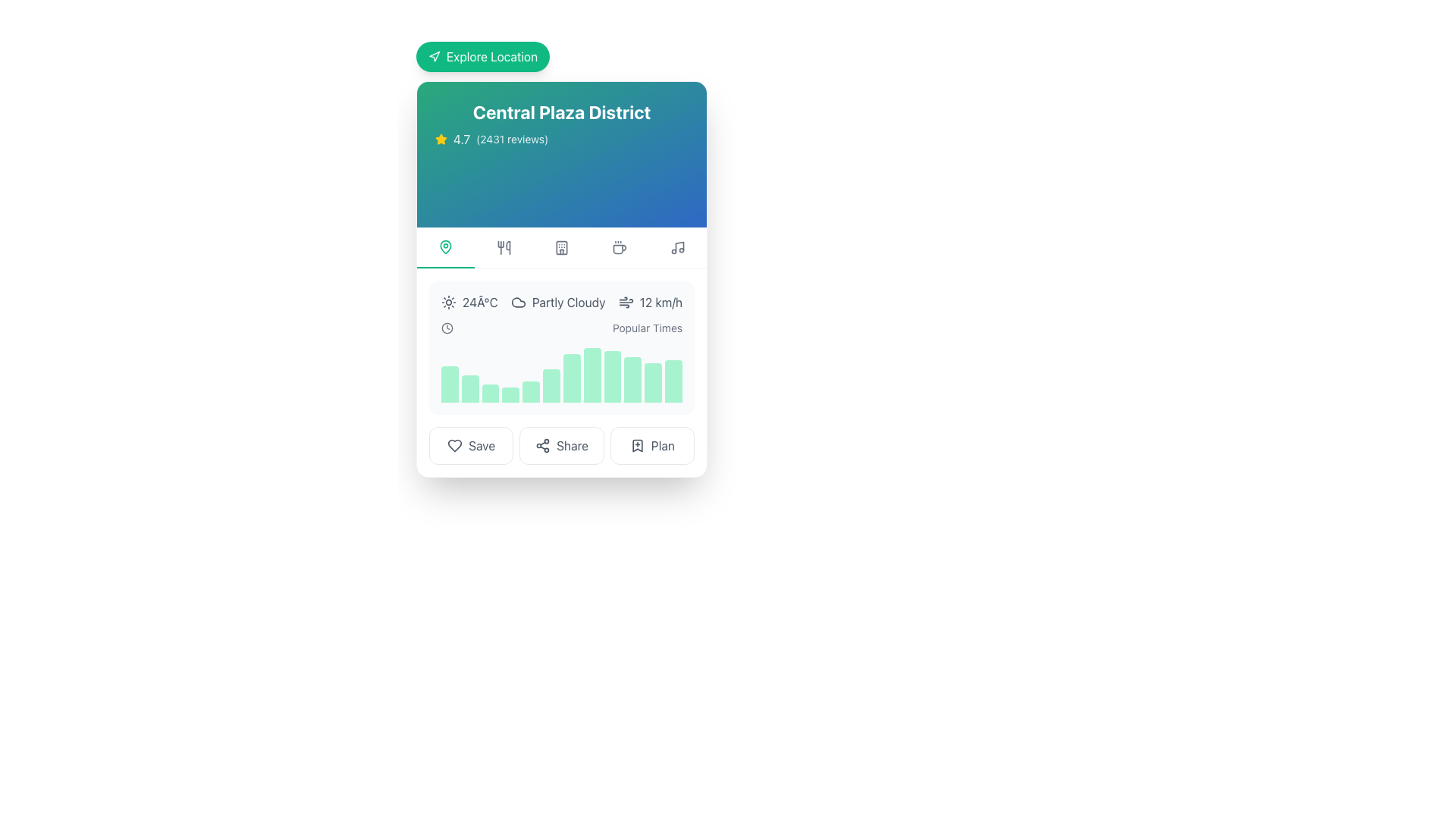  What do you see at coordinates (491, 55) in the screenshot?
I see `the text label within the button that initiates action` at bounding box center [491, 55].